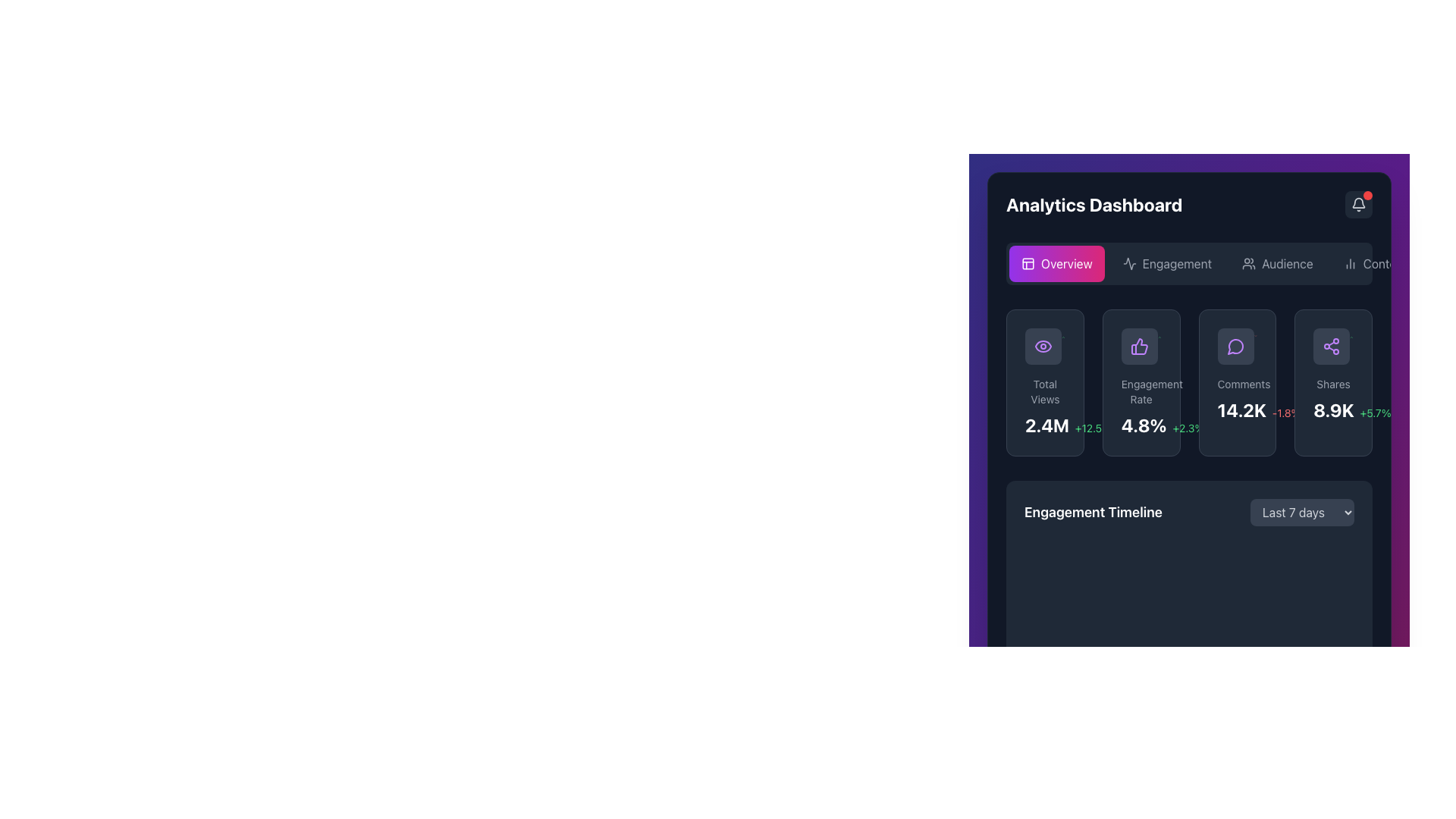 The image size is (1456, 819). Describe the element at coordinates (1375, 262) in the screenshot. I see `the fourth button in the horizontal navigation bar on the top-right of the analytics dashboard` at that location.